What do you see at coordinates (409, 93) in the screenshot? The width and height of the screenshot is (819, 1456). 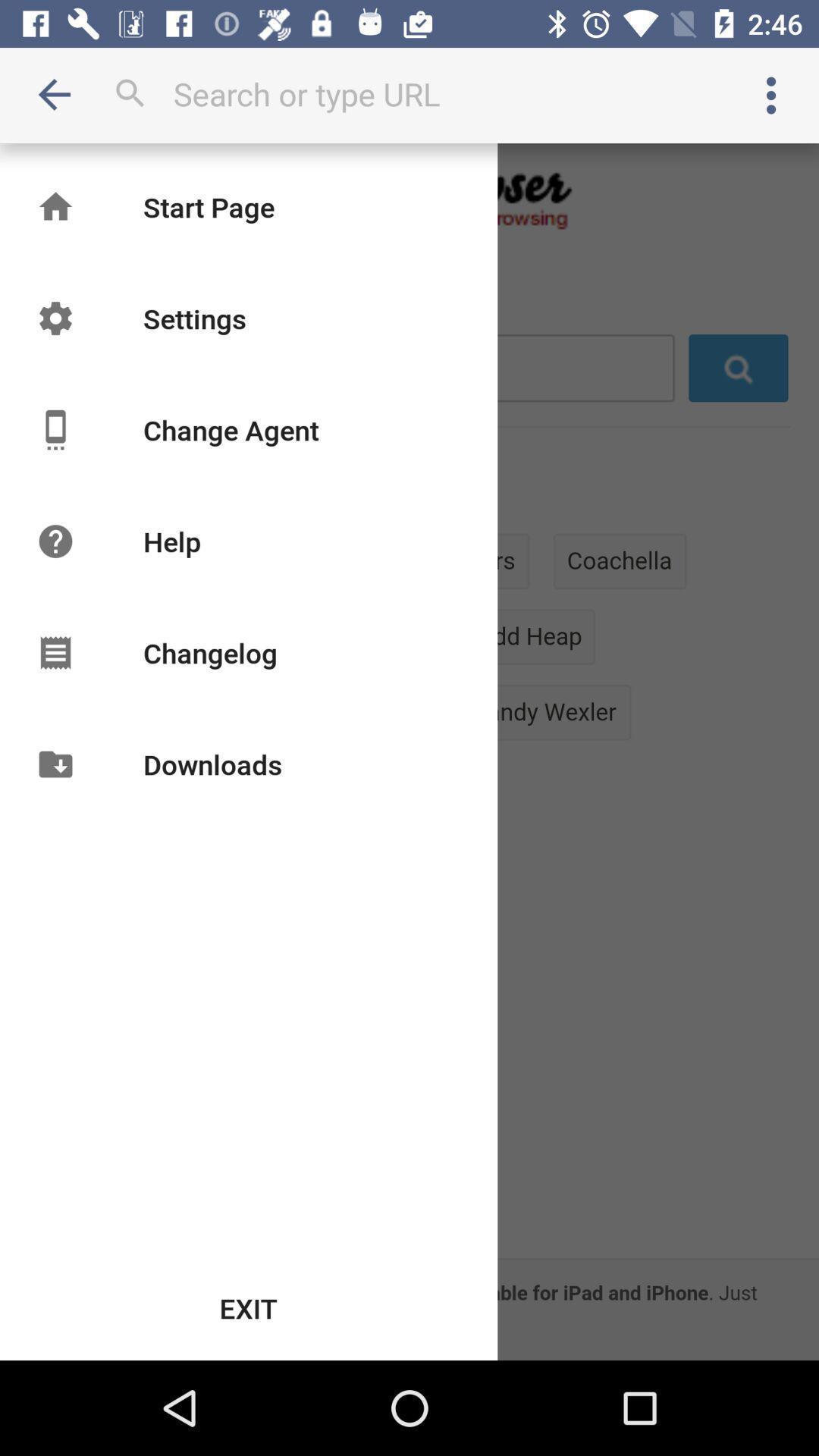 I see `search button` at bounding box center [409, 93].